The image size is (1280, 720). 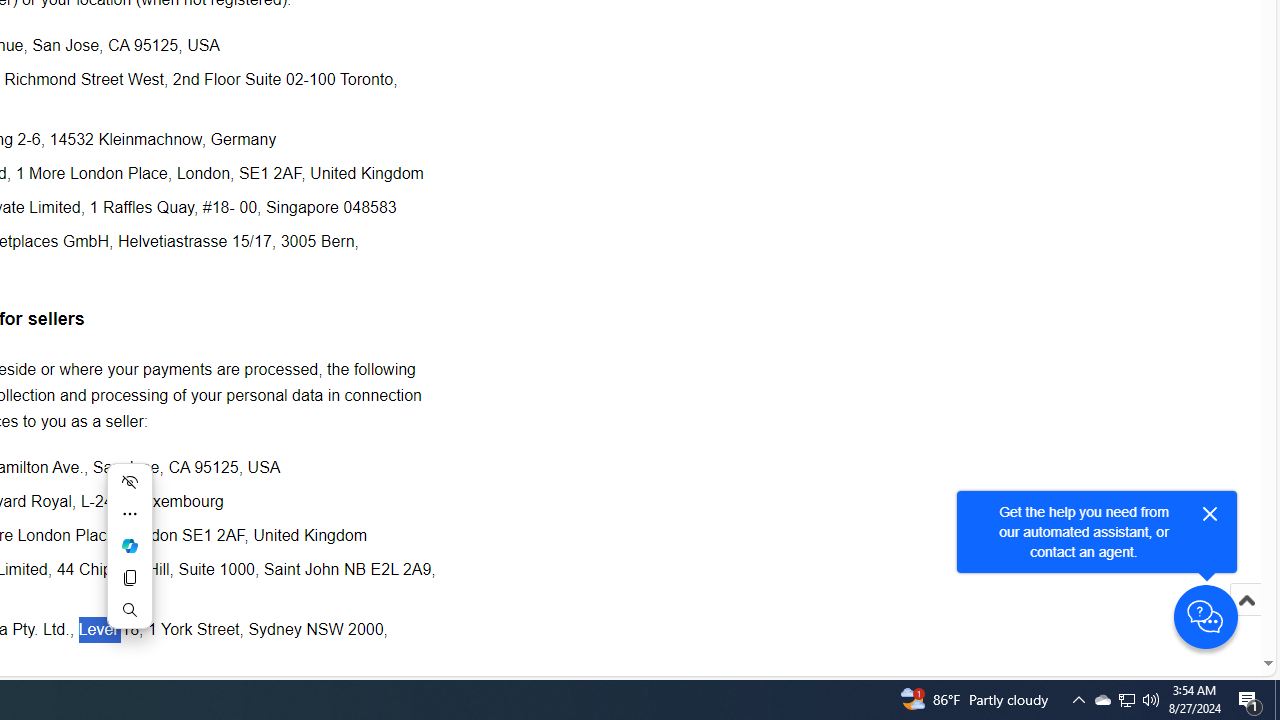 I want to click on 'Copy', so click(x=128, y=578).